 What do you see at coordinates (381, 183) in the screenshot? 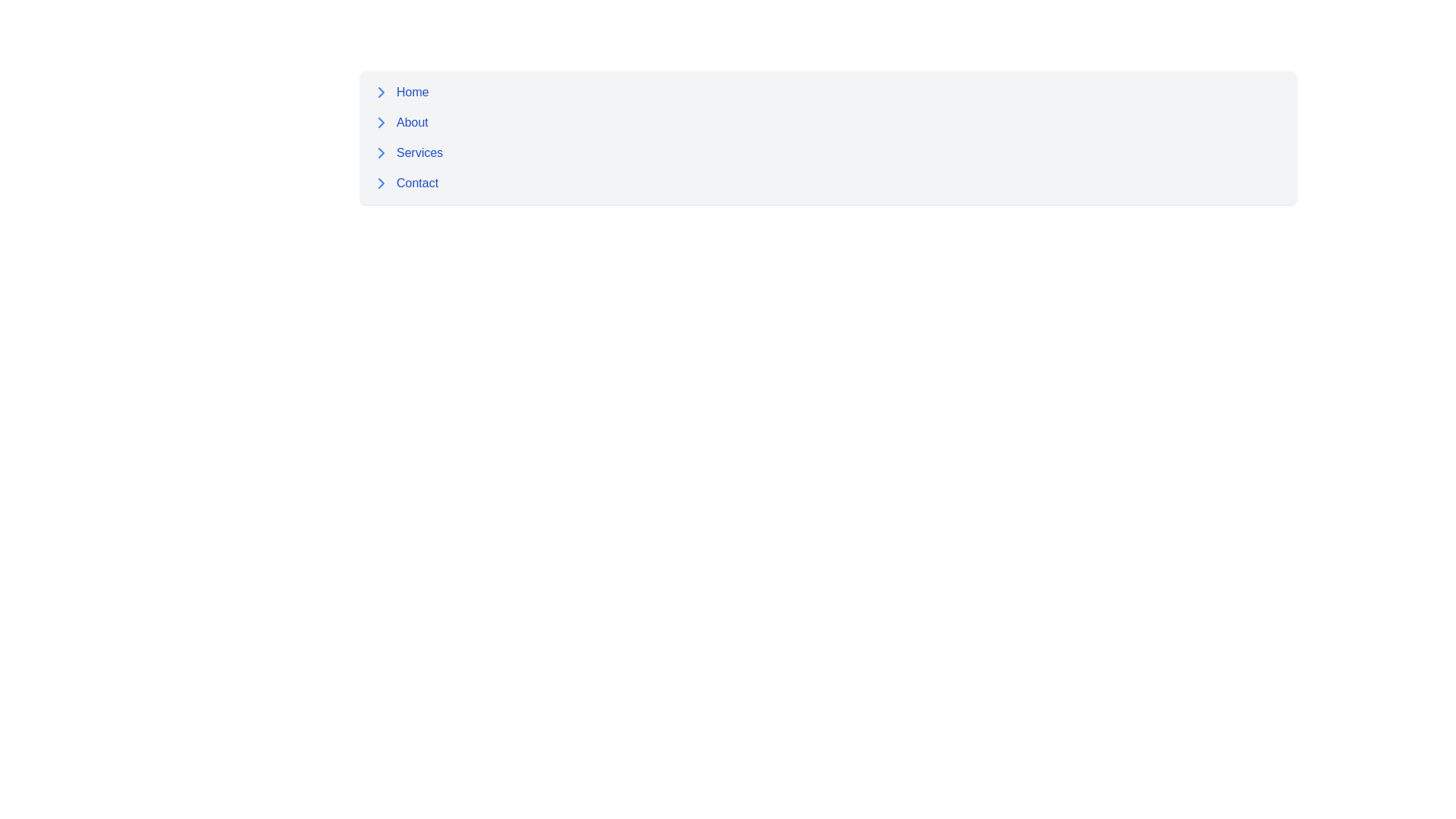
I see `the fourth chevron icon located next to the 'Contact' text label` at bounding box center [381, 183].